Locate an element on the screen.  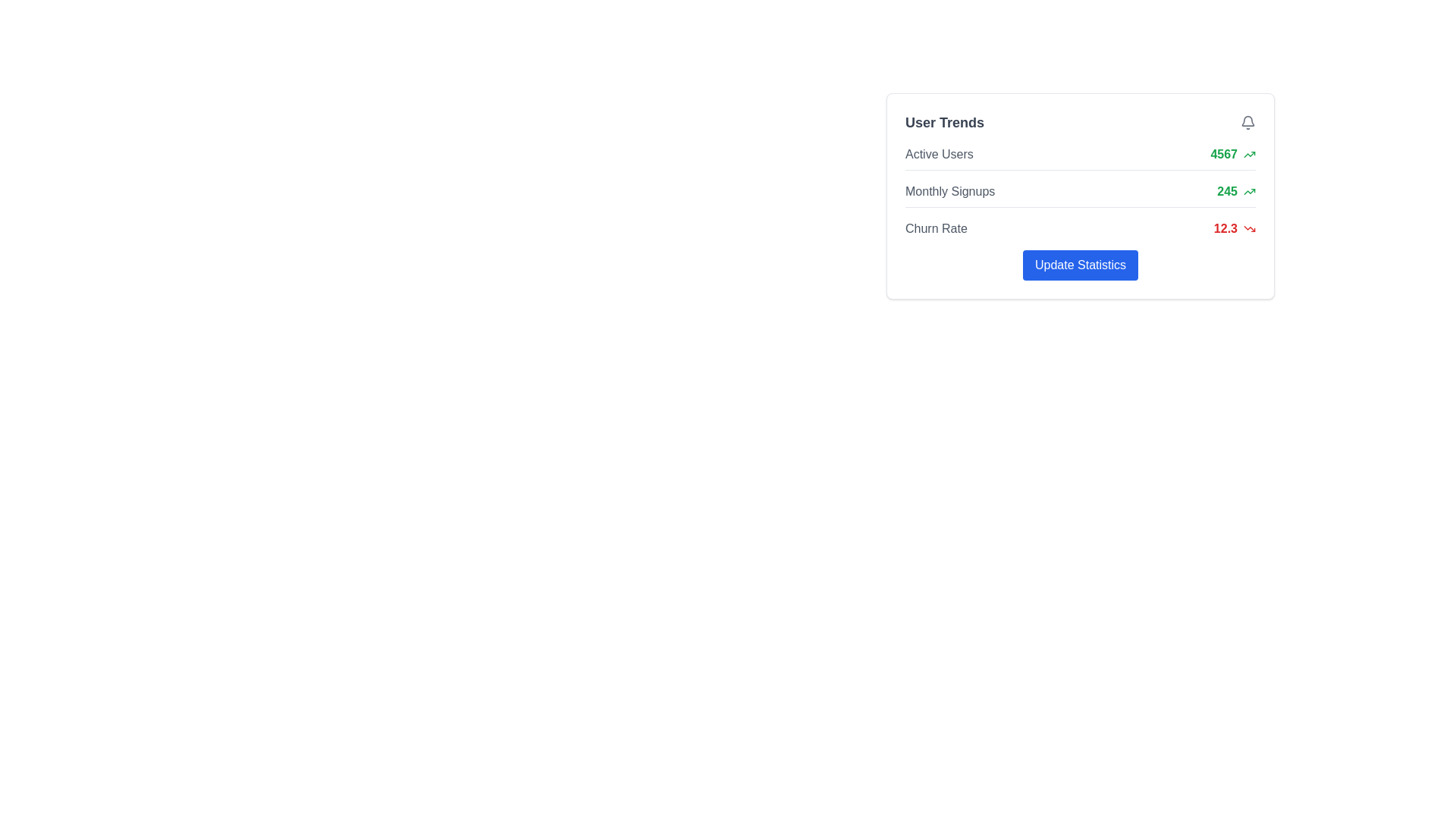
value displayed in the Text element showing the number of monthly signups, which is located to the right of the 'Monthly Signups' label in the 'User Trends' card is located at coordinates (1236, 191).